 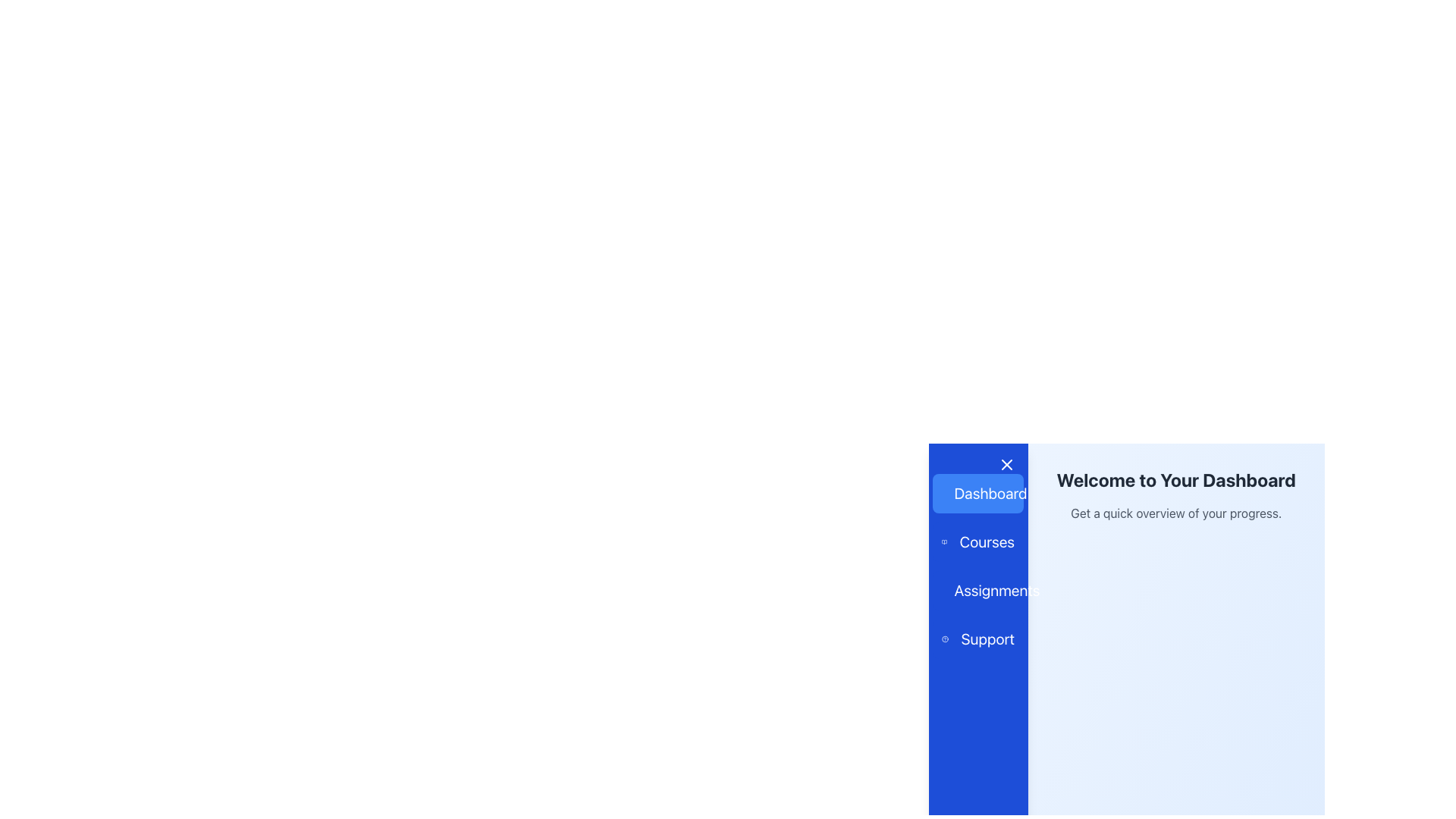 What do you see at coordinates (997, 590) in the screenshot?
I see `the 'Assignments' text label in the vertical menu list located in the blue sidebar, positioned below 'Courses' and above 'Support'` at bounding box center [997, 590].